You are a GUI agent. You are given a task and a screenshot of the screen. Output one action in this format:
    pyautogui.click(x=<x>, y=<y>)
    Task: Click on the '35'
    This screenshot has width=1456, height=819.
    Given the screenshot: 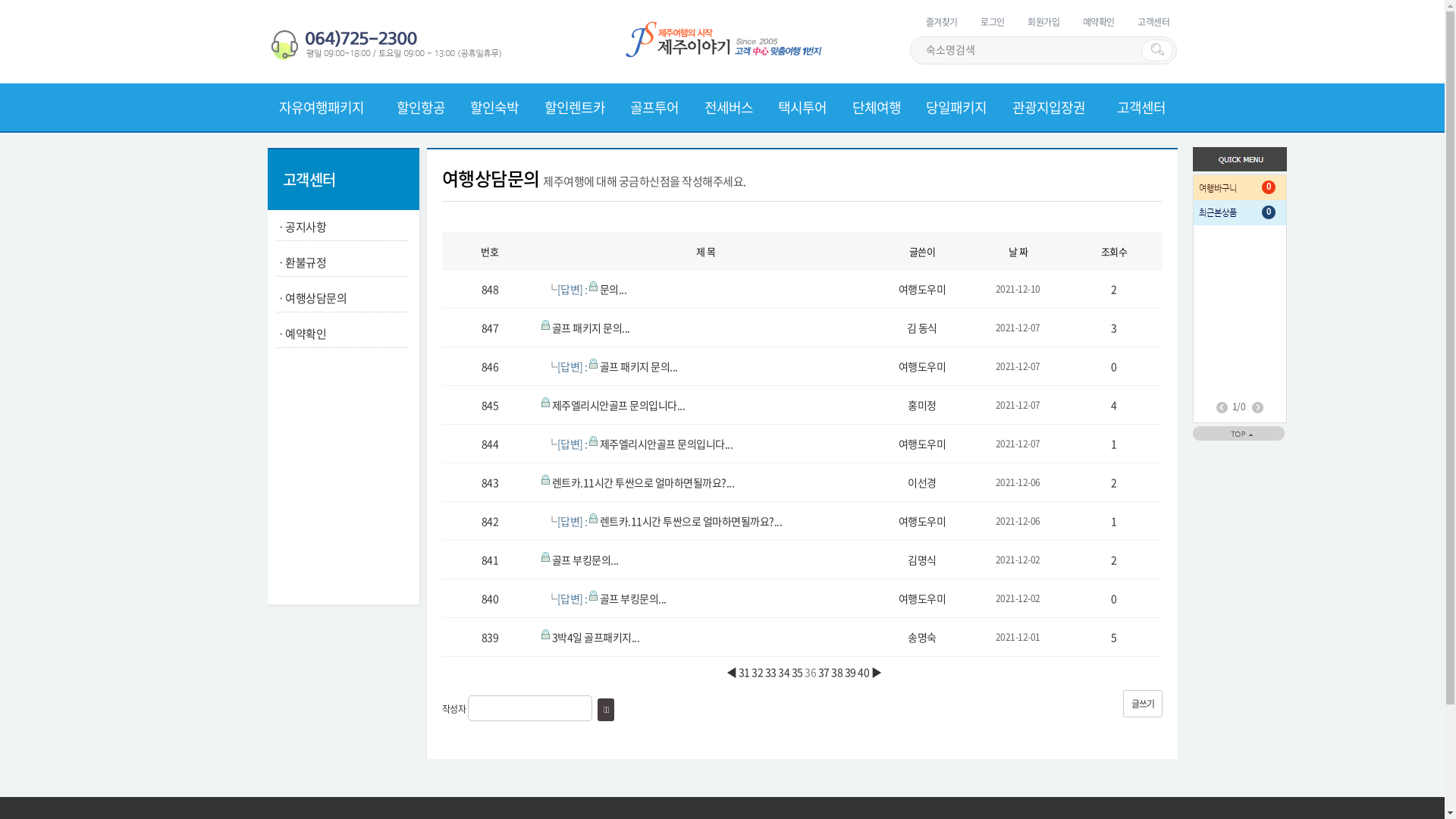 What is the action you would take?
    pyautogui.click(x=797, y=671)
    